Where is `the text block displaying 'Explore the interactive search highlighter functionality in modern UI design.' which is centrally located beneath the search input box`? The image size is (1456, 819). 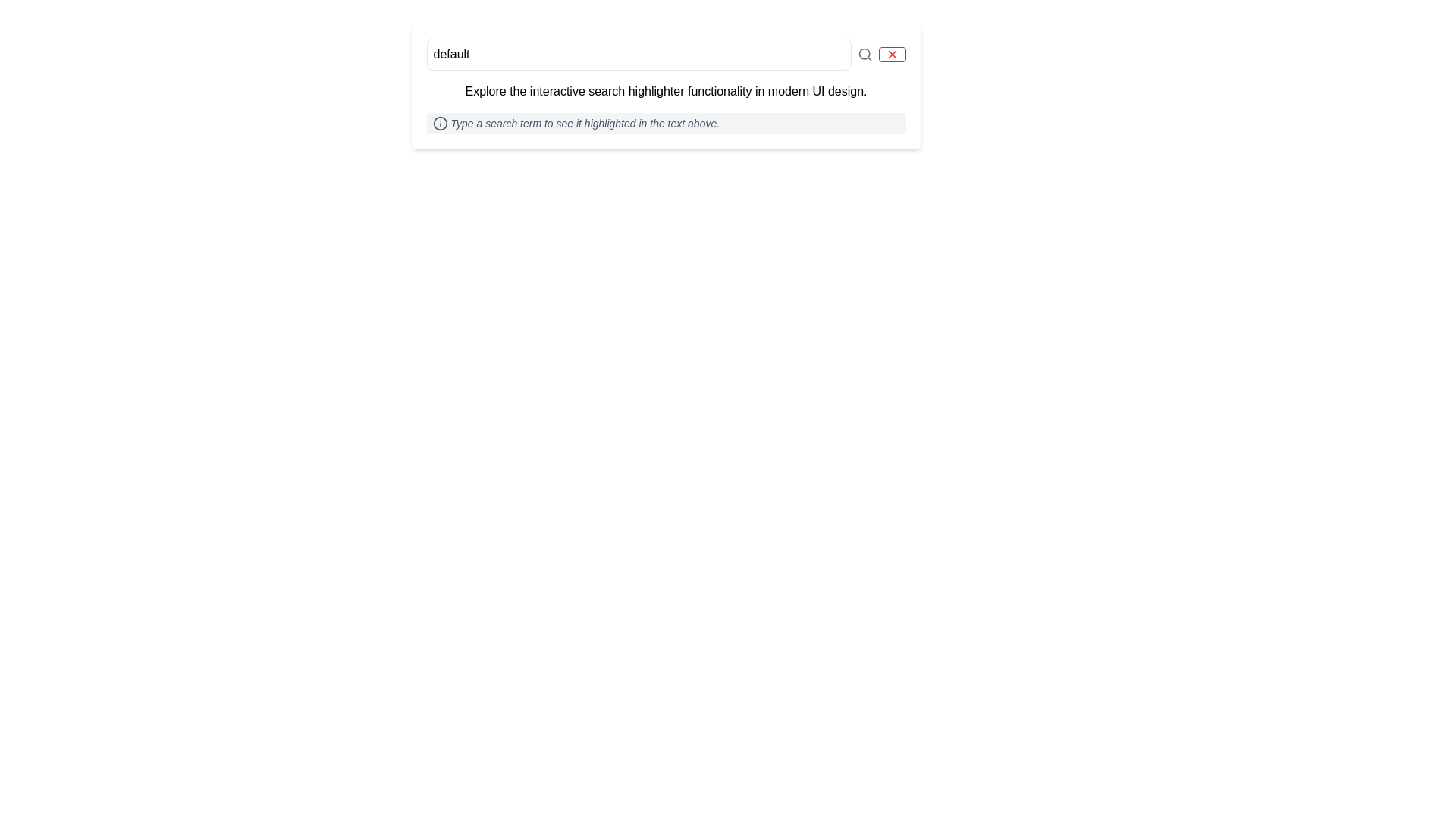
the text block displaying 'Explore the interactive search highlighter functionality in modern UI design.' which is centrally located beneath the search input box is located at coordinates (666, 91).